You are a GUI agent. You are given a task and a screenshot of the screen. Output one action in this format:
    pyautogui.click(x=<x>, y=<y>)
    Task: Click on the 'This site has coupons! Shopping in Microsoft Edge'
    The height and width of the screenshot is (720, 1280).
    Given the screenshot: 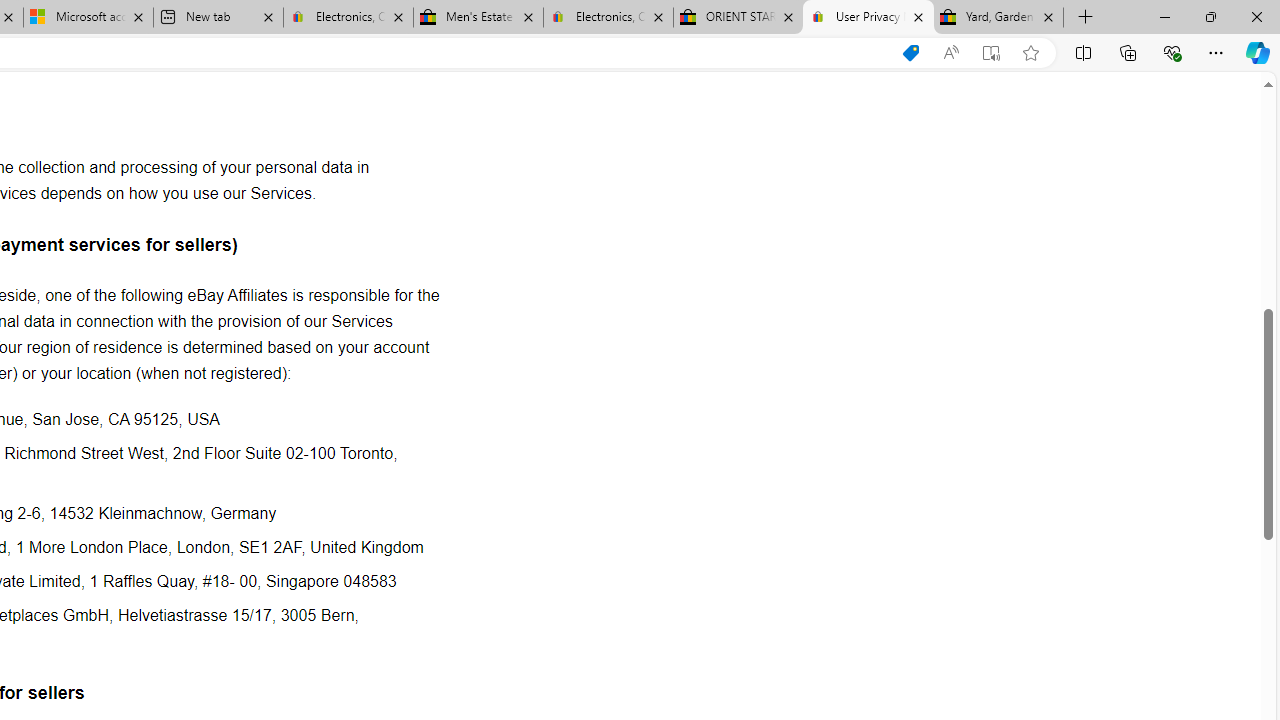 What is the action you would take?
    pyautogui.click(x=909, y=52)
    